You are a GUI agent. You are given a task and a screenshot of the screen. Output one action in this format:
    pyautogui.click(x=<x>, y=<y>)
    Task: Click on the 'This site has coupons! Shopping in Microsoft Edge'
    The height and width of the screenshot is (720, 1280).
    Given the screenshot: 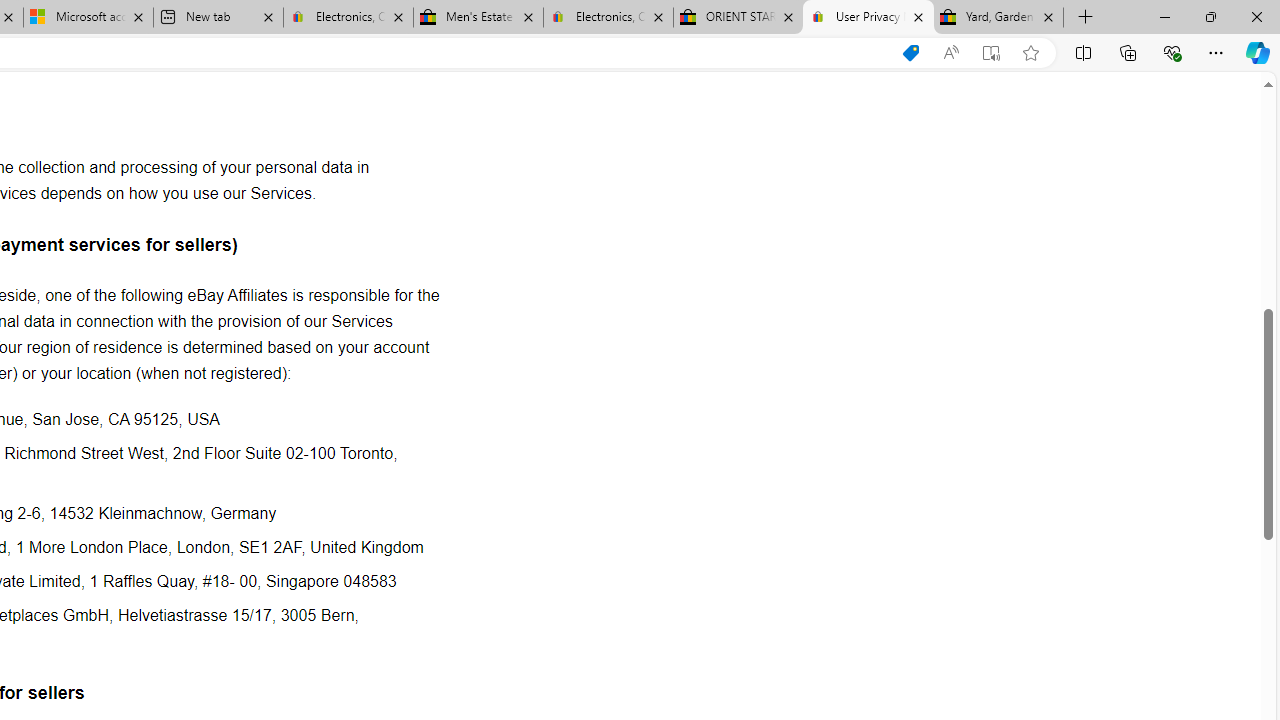 What is the action you would take?
    pyautogui.click(x=909, y=52)
    